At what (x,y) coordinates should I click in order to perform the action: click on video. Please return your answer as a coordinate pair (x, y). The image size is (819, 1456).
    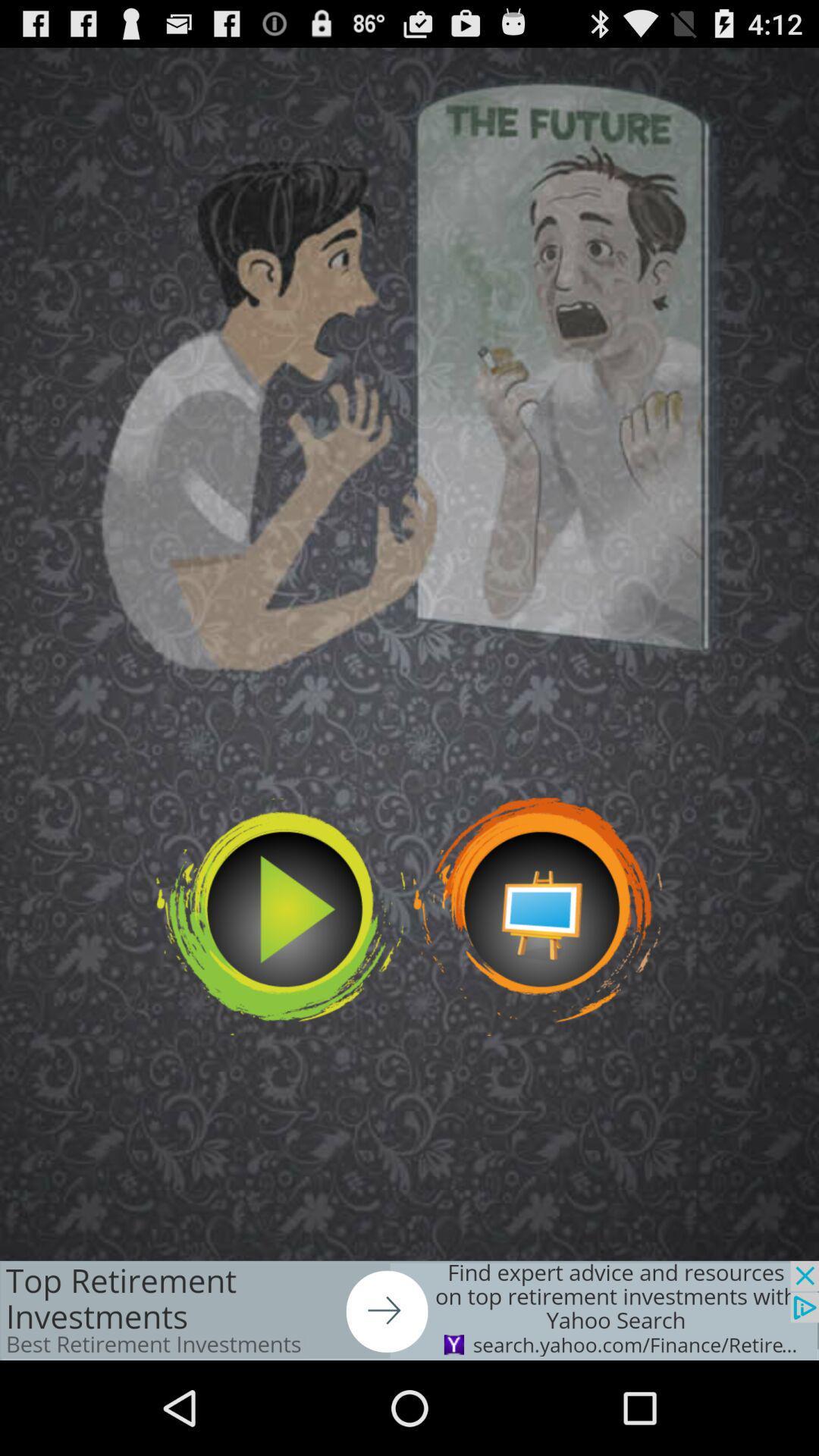
    Looking at the image, I should click on (281, 916).